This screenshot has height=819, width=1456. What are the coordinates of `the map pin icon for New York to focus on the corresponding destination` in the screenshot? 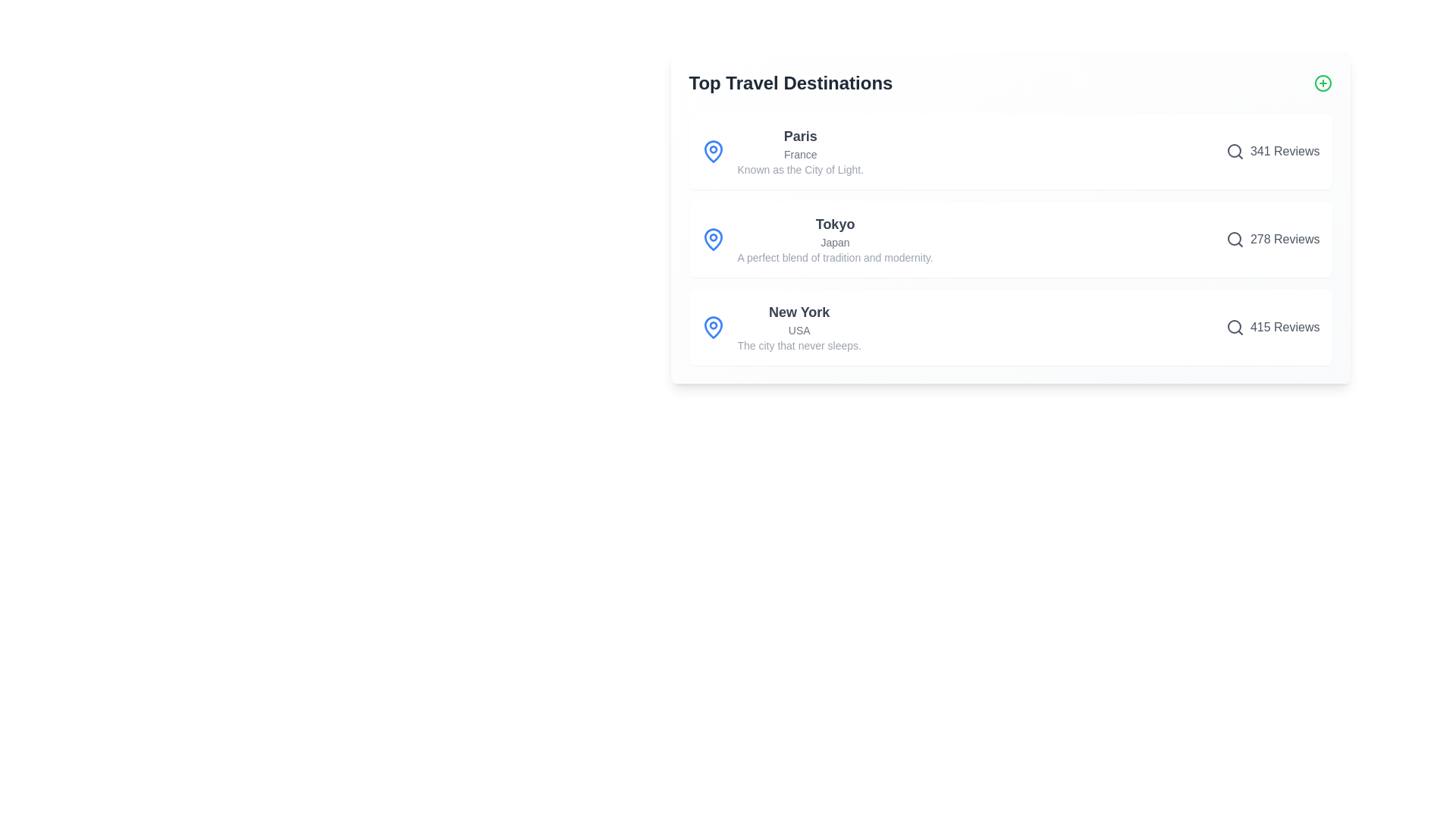 It's located at (712, 327).